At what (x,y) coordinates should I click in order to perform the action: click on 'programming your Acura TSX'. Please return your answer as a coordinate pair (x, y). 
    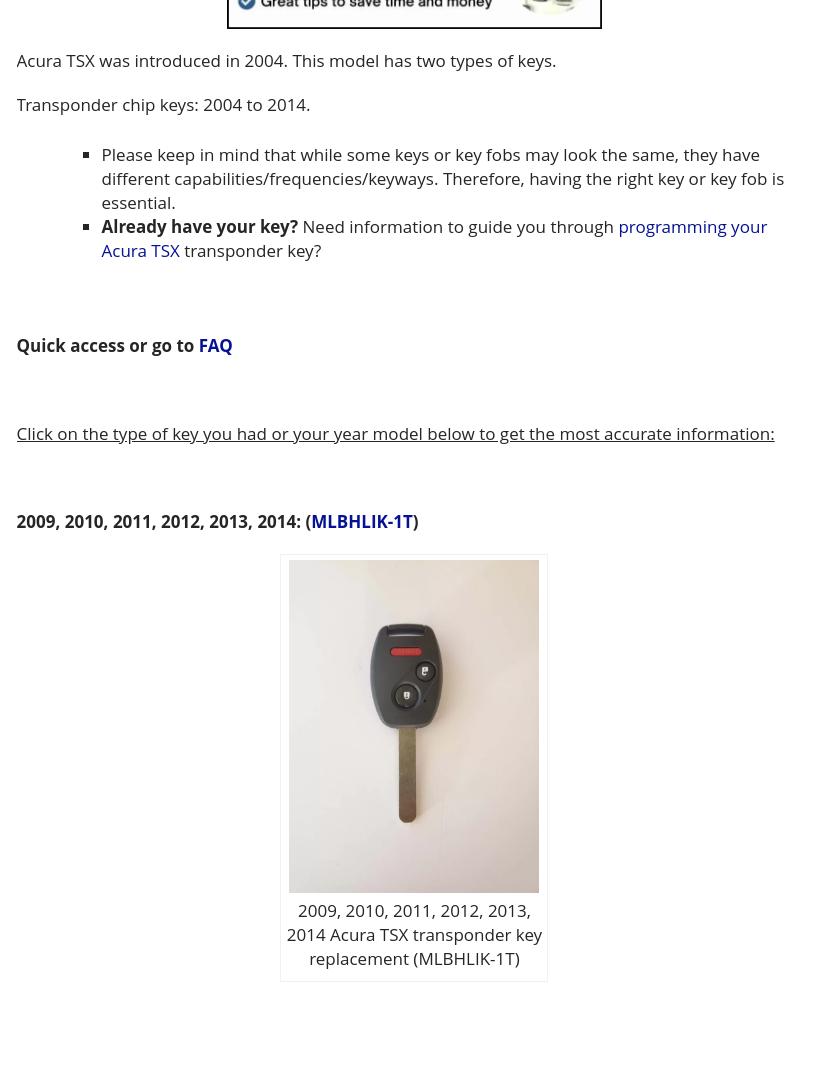
    Looking at the image, I should click on (432, 237).